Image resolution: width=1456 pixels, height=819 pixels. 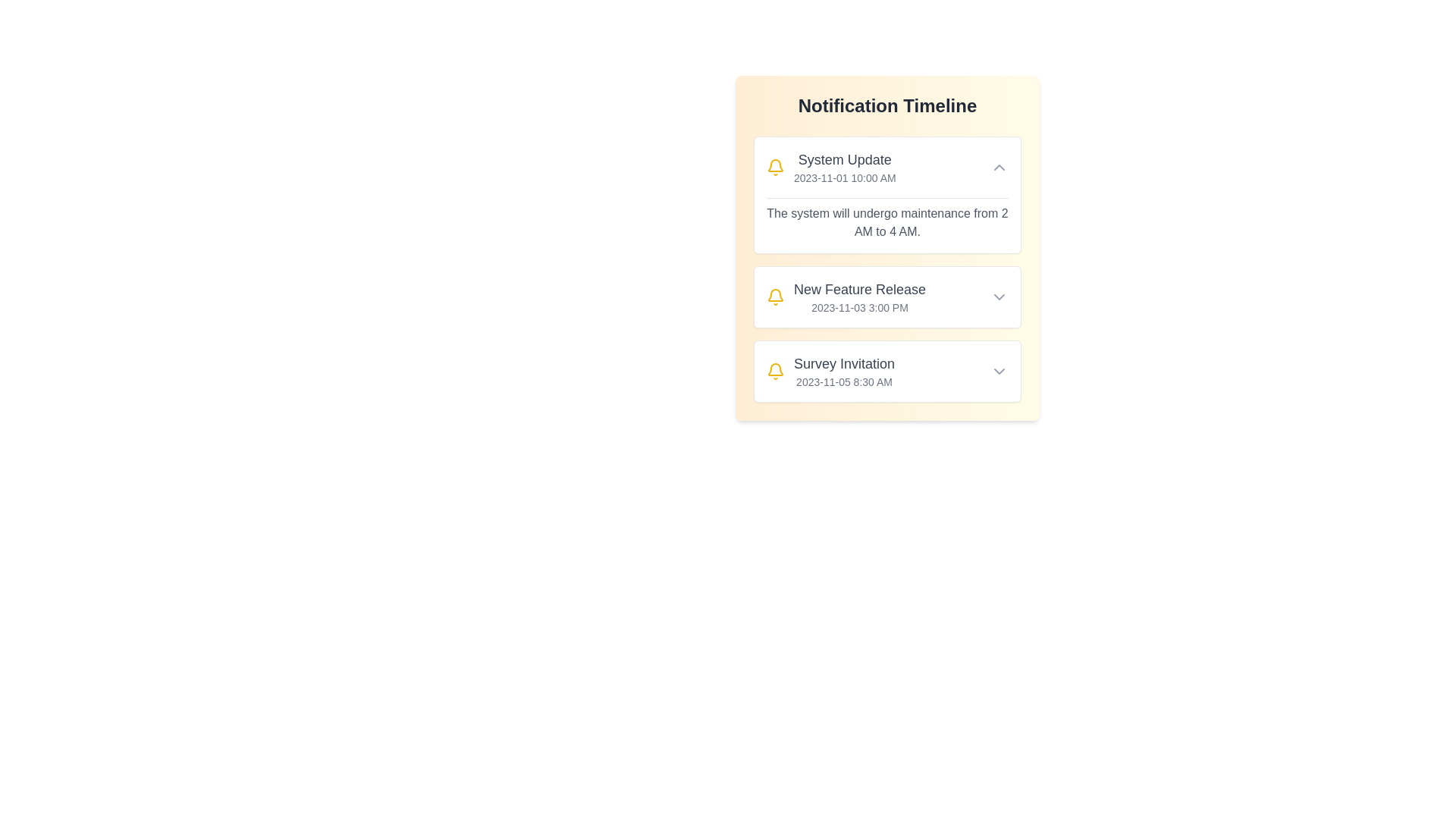 I want to click on the upward-pointing chevron icon styled with a thin stroke and gray color located at the top-right corner of the 'System Update' notification card to receive potential feedback, so click(x=999, y=167).